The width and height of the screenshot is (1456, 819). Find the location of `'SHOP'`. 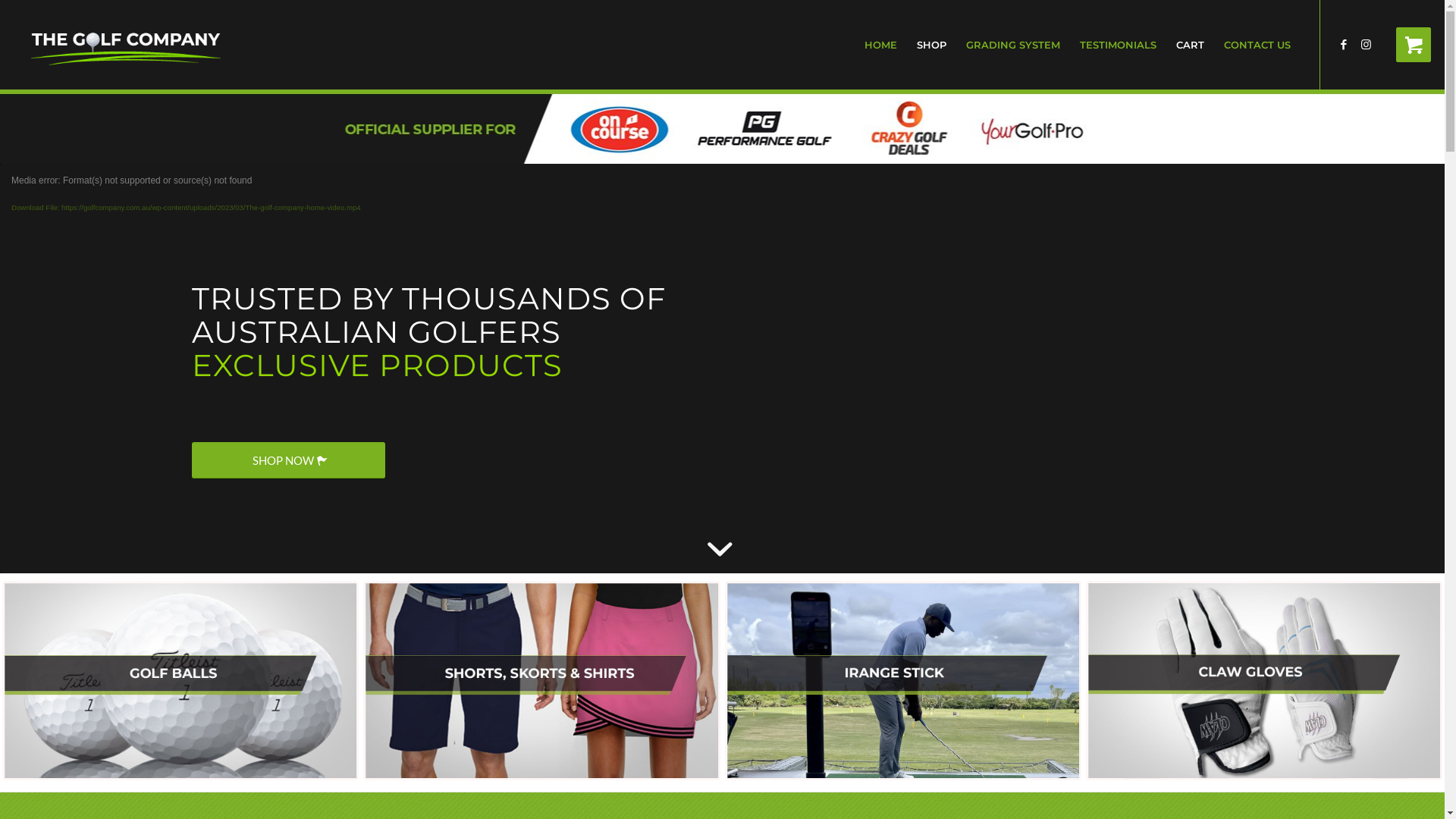

'SHOP' is located at coordinates (930, 43).